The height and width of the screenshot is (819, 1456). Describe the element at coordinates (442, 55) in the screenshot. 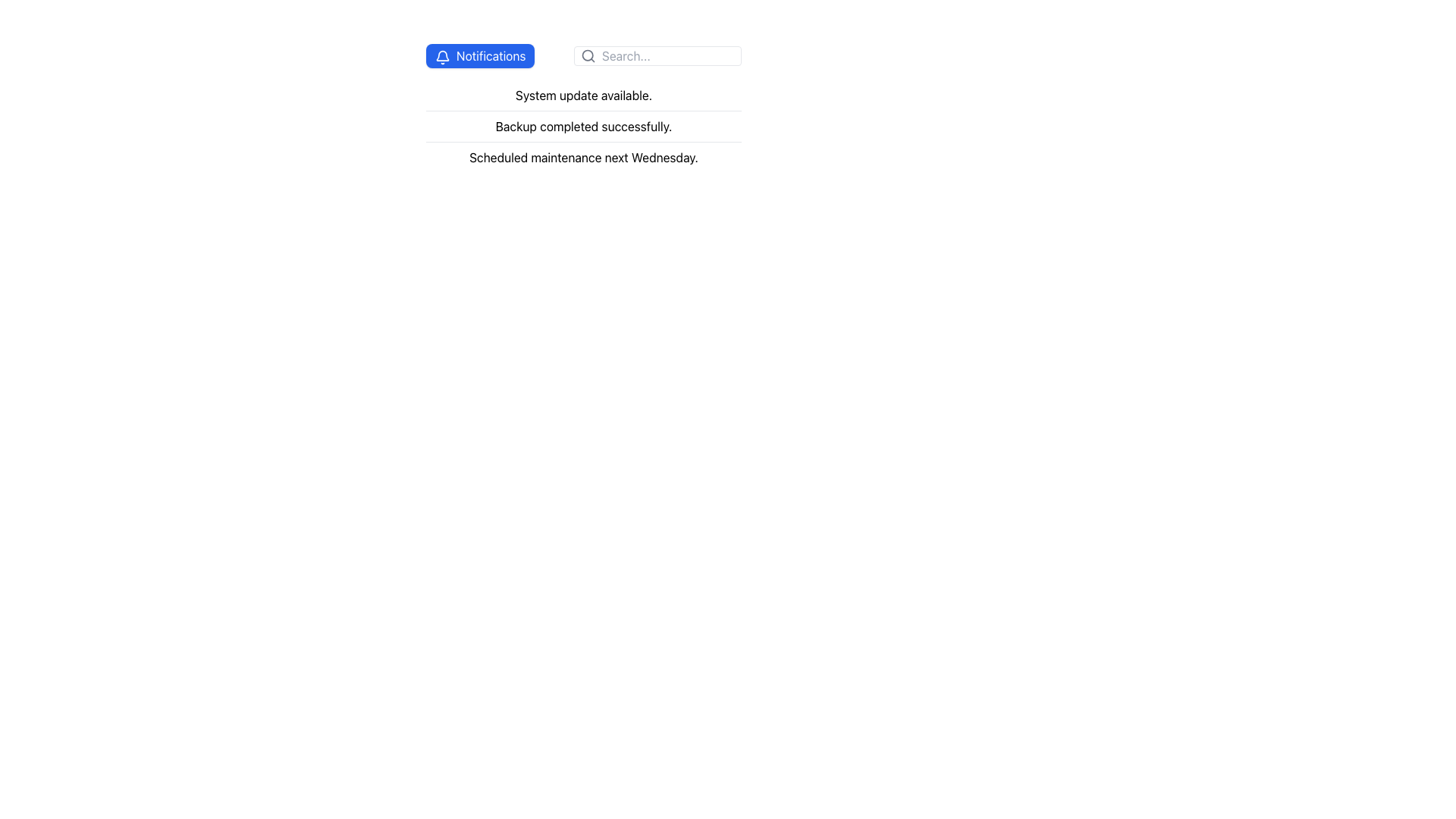

I see `the bell icon, which is styled with a clean and minimalistic outline design and located inside a blue rounded rectangle labeled 'Notifications'` at that location.